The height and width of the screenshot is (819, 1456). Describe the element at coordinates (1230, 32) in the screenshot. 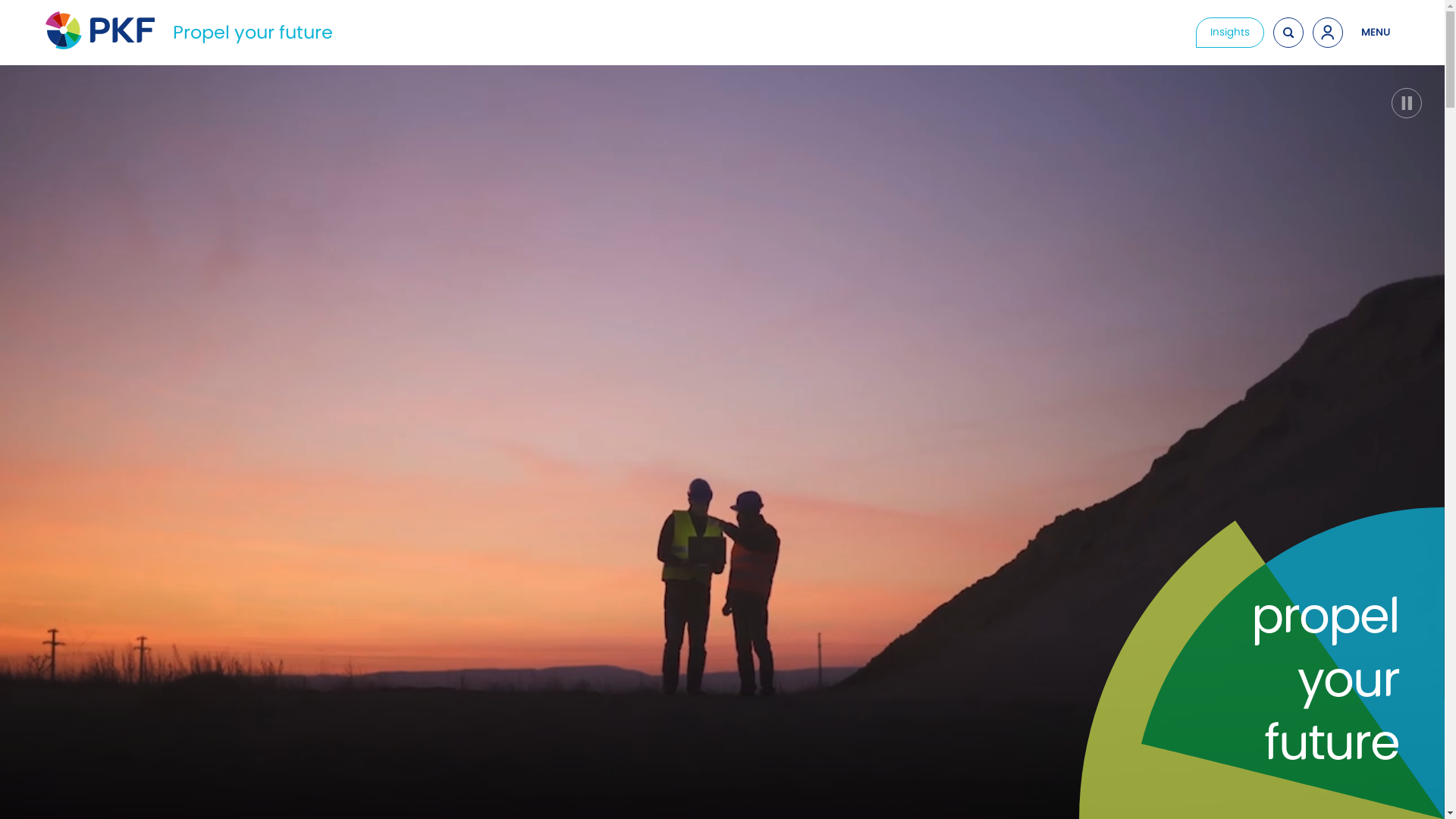

I see `'Insights'` at that location.